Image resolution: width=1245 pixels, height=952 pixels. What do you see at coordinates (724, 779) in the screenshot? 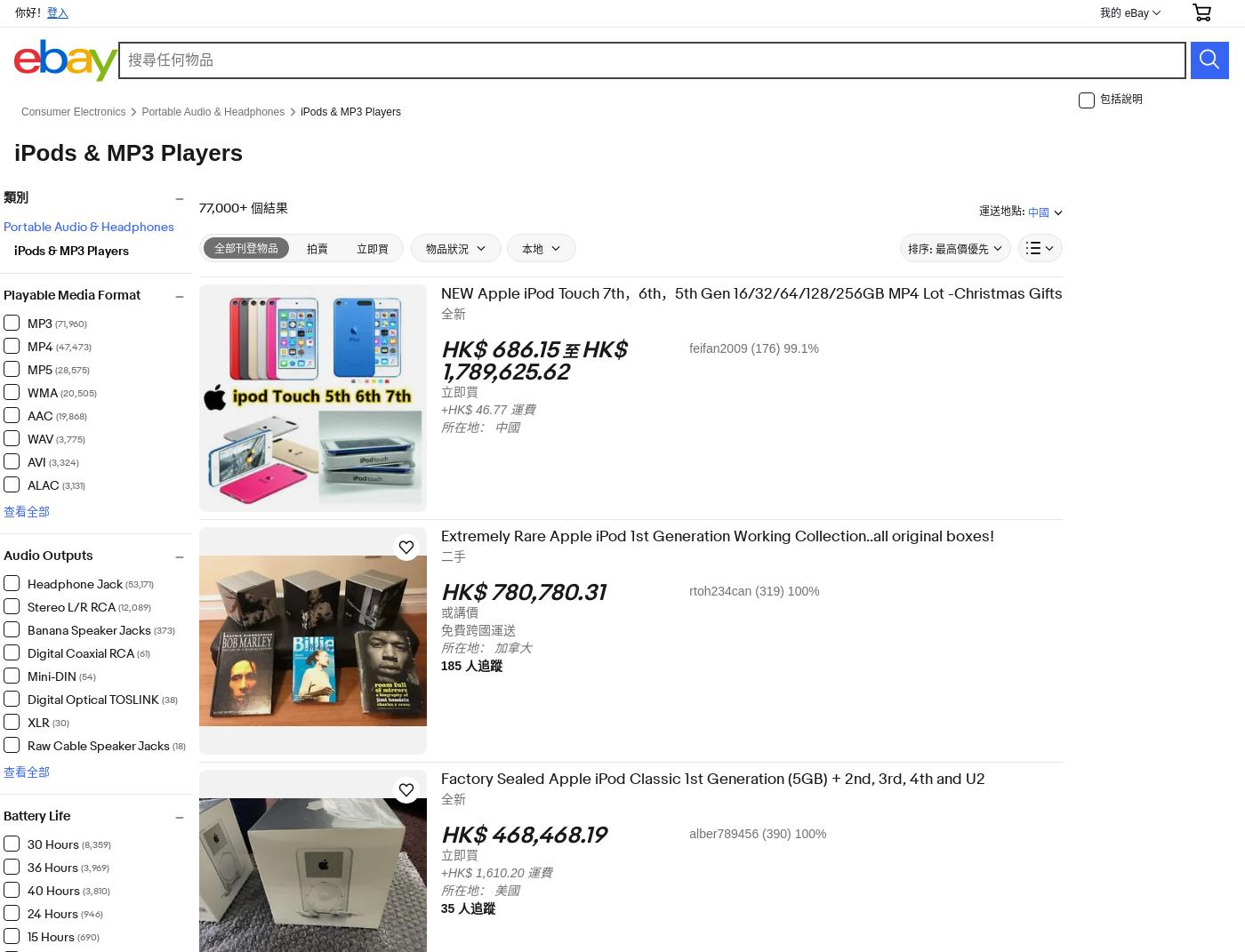
I see `'Factory Sealed Apple iPod Classic 1st Generation (5GB) + 2nd, 3rd, 4th and U2'` at bounding box center [724, 779].